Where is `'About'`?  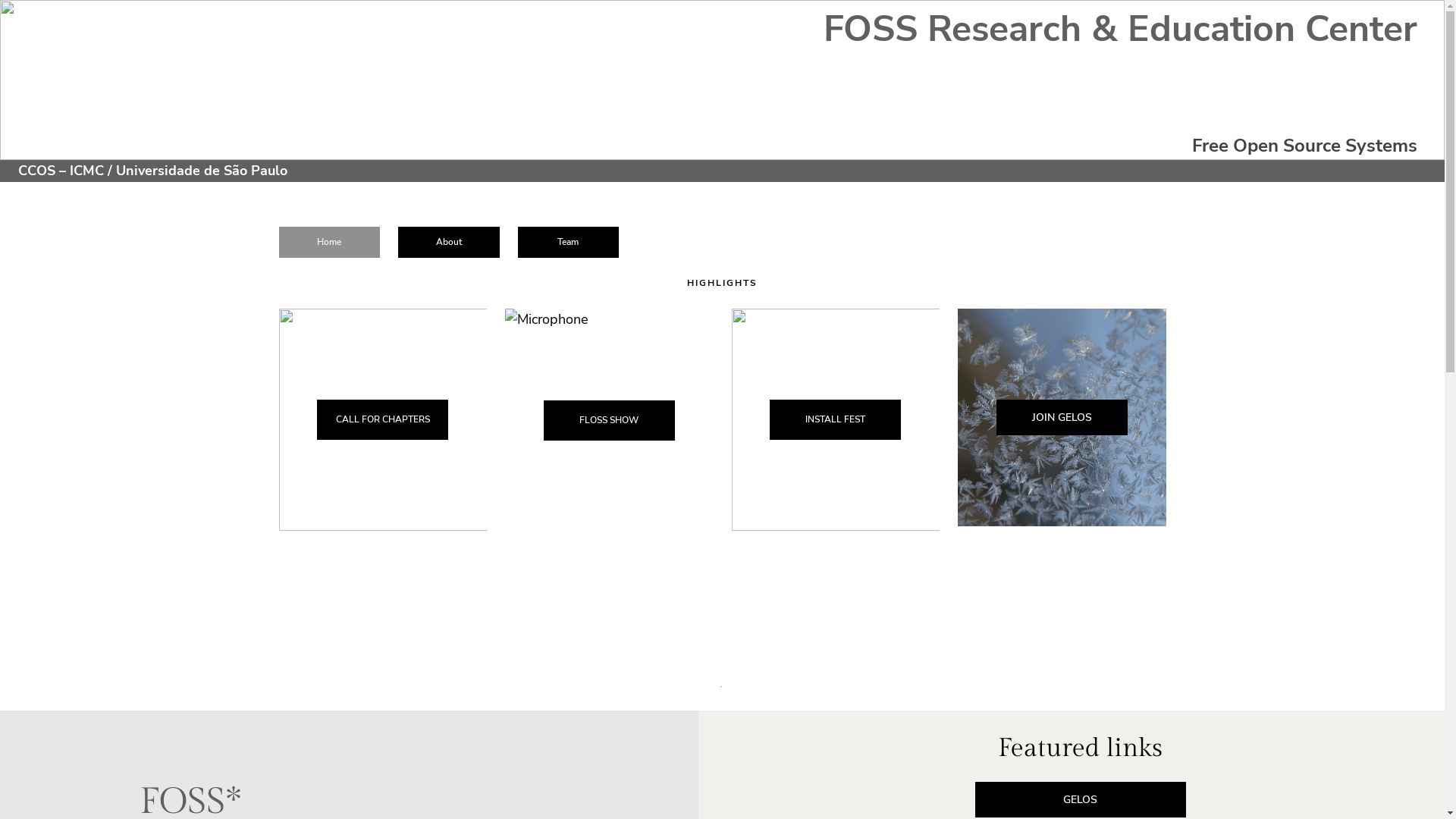 'About' is located at coordinates (397, 241).